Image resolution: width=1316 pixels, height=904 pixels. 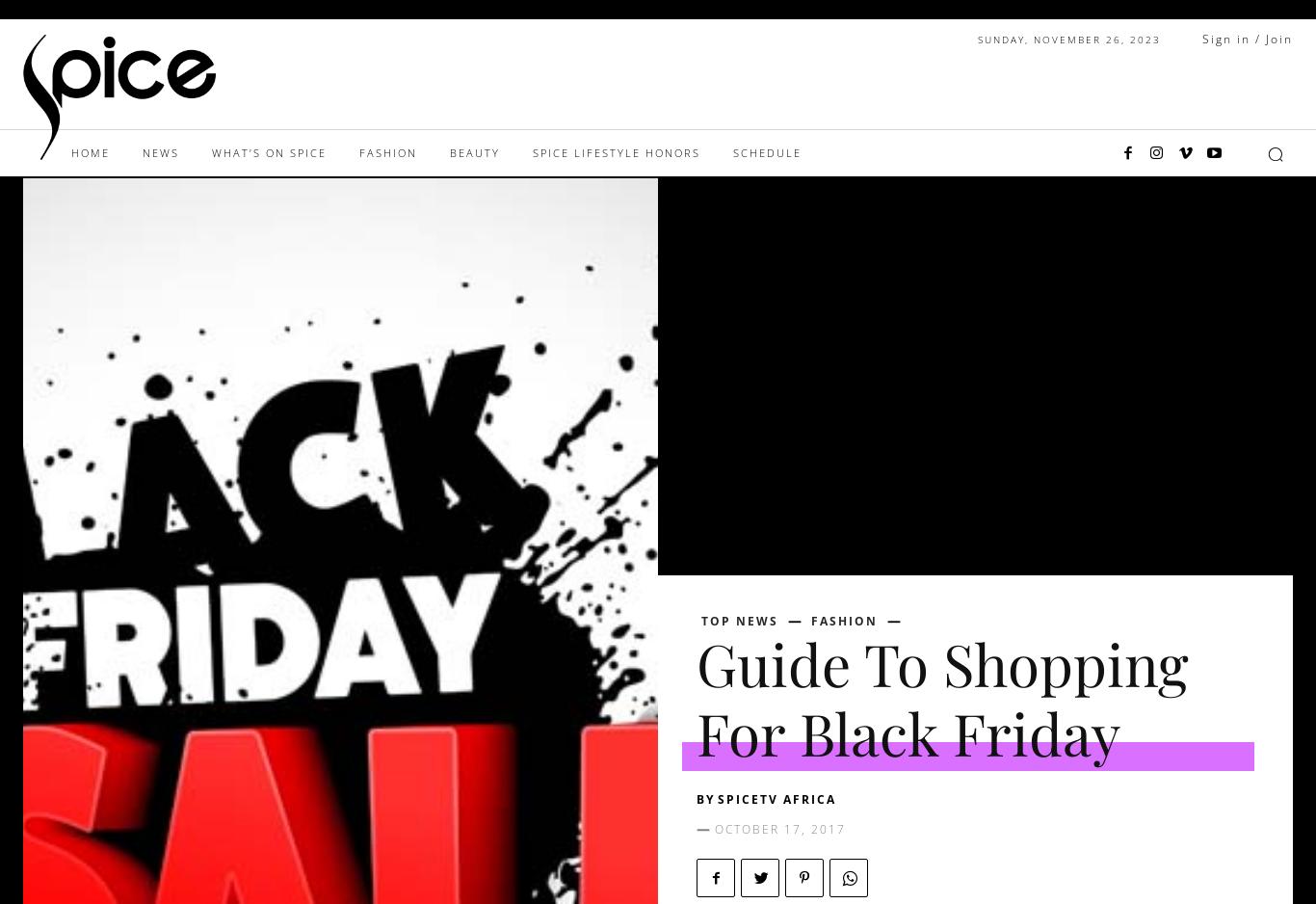 What do you see at coordinates (779, 828) in the screenshot?
I see `'October 17, 2017'` at bounding box center [779, 828].